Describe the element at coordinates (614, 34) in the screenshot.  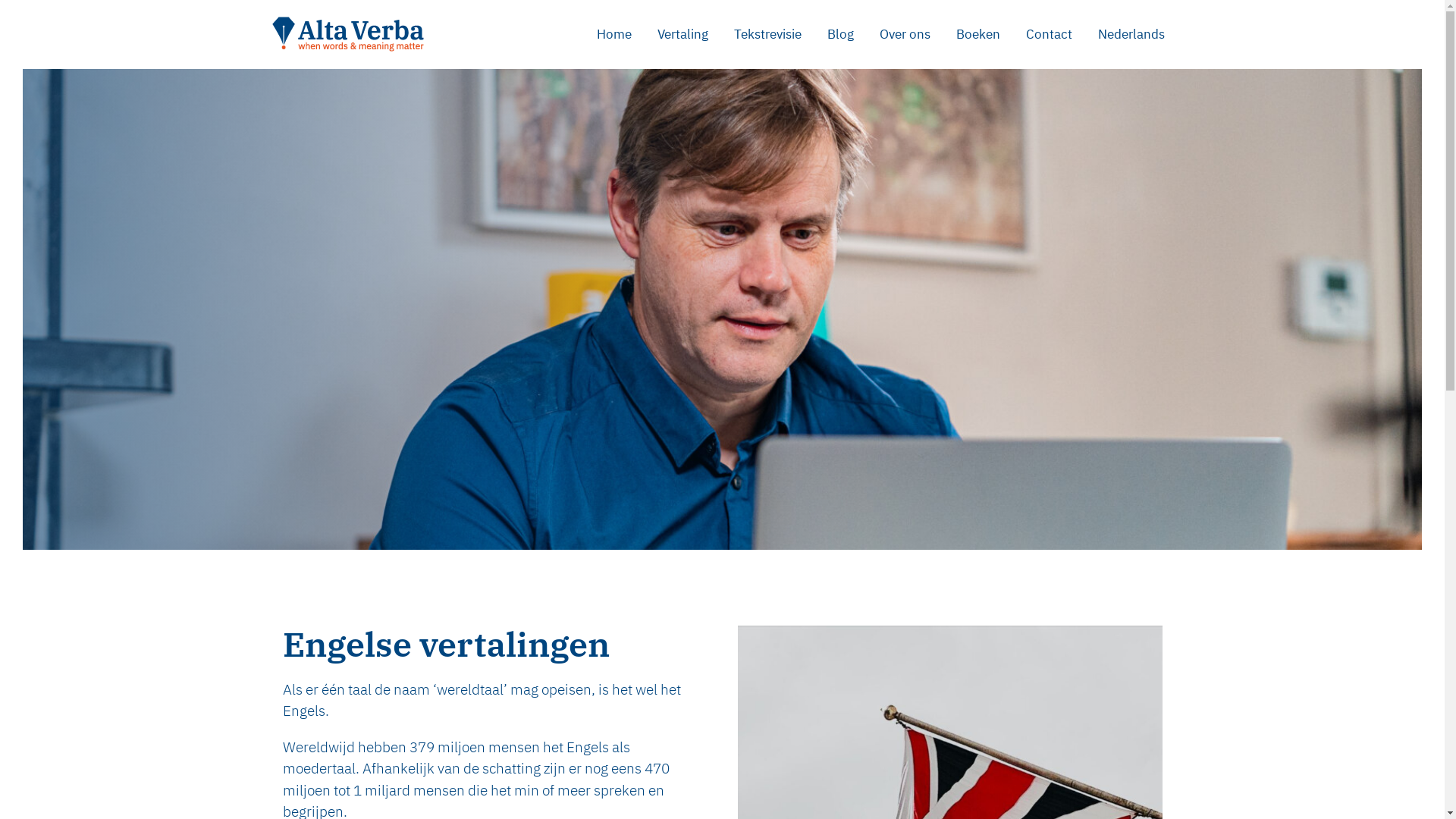
I see `'Home'` at that location.